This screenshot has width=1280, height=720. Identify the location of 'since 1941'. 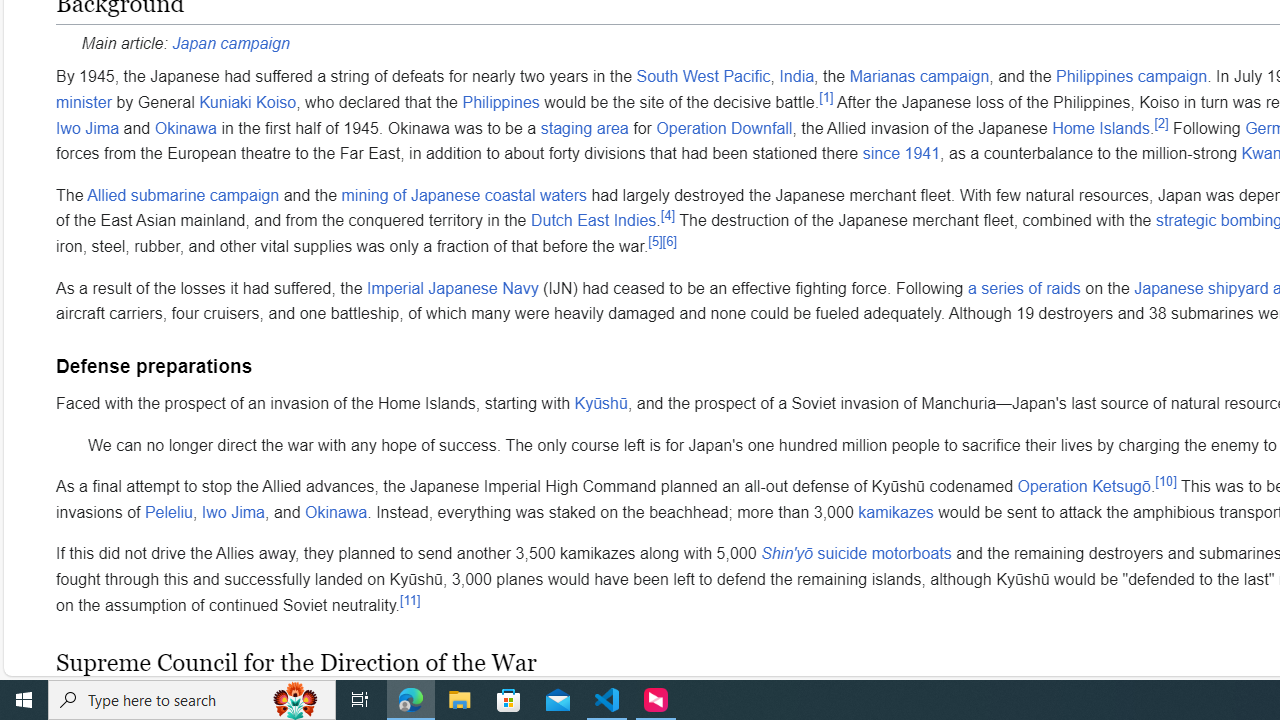
(900, 152).